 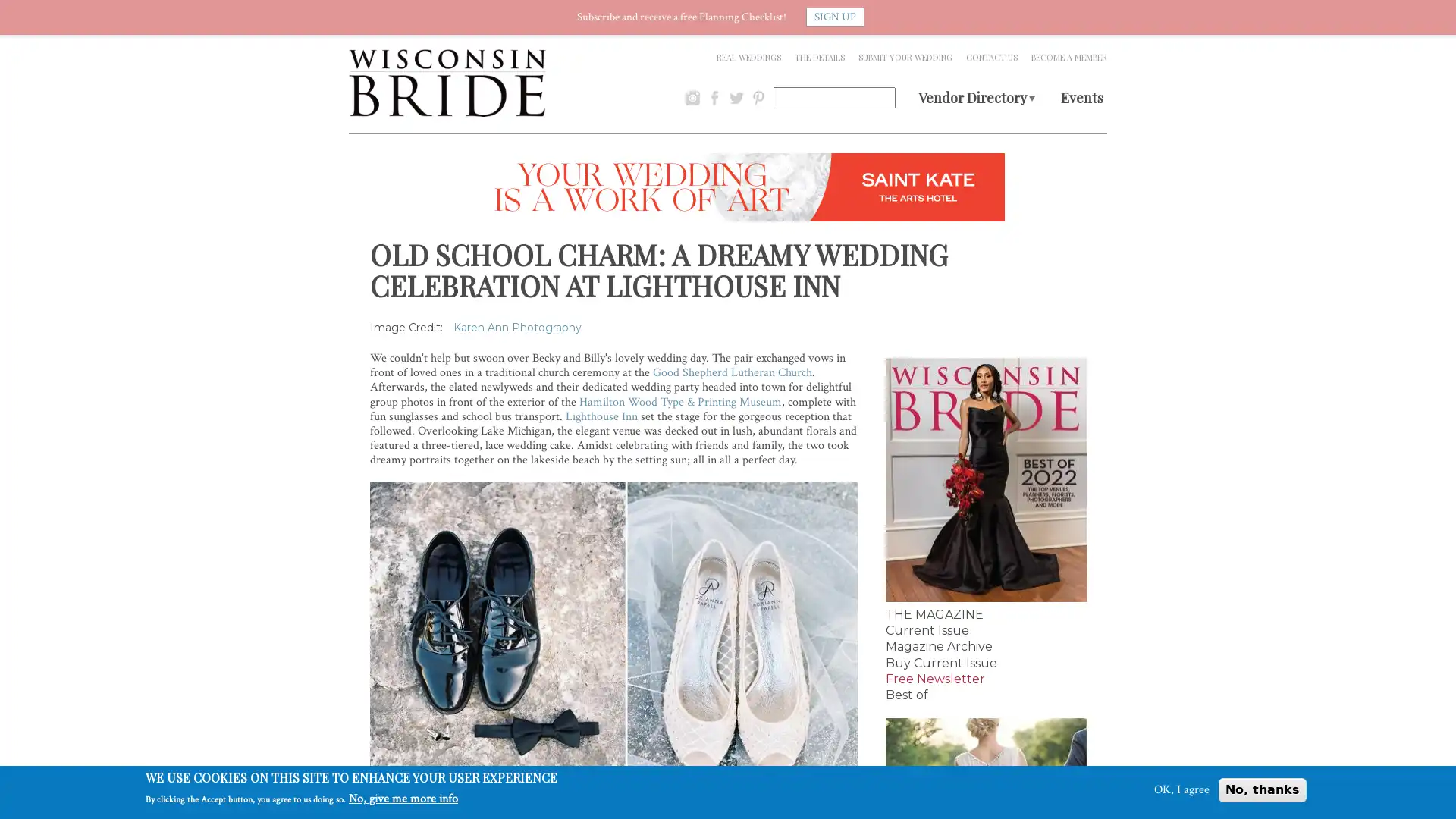 What do you see at coordinates (1263, 789) in the screenshot?
I see `No, thanks` at bounding box center [1263, 789].